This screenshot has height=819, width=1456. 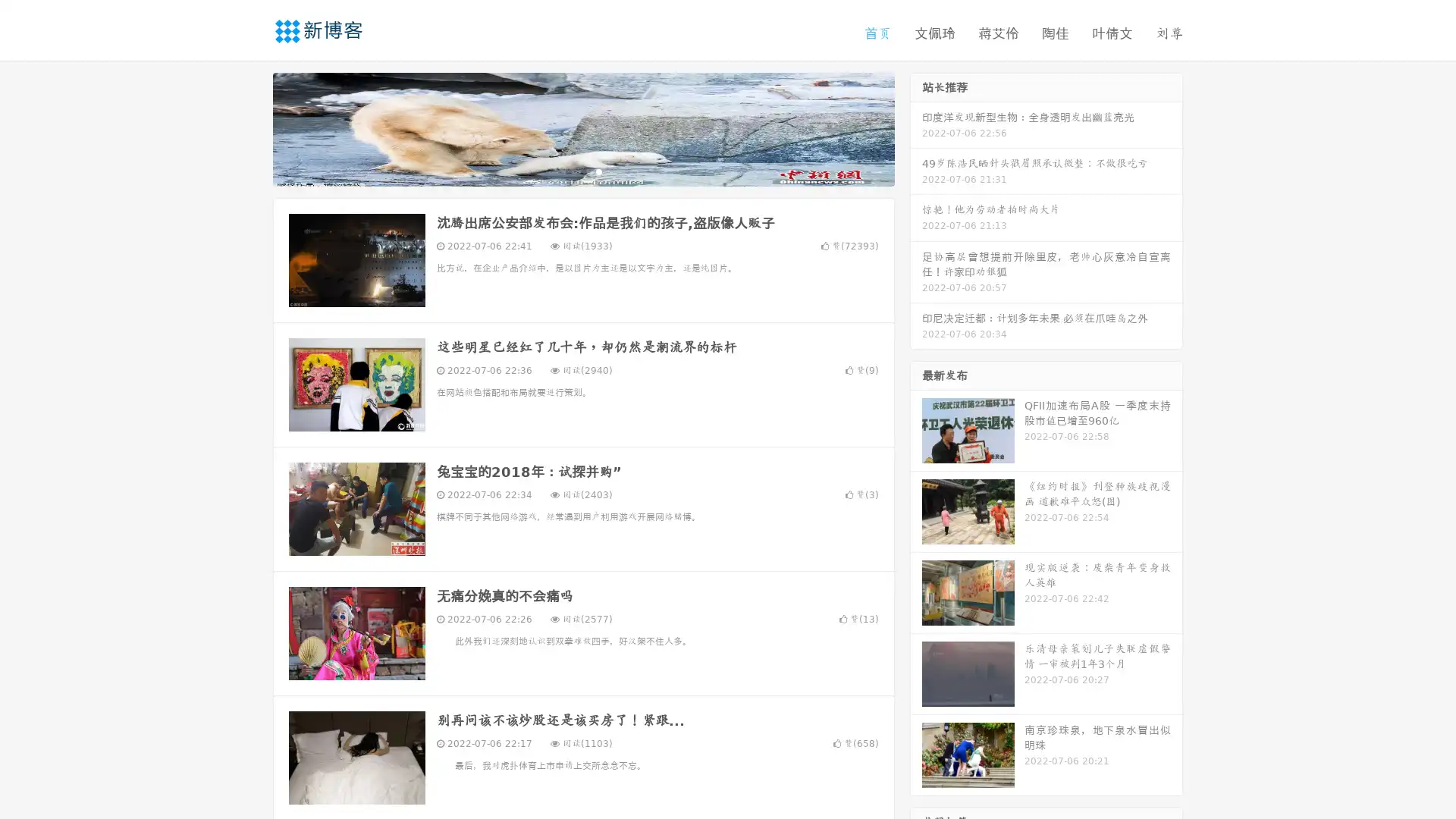 I want to click on Previous slide, so click(x=250, y=127).